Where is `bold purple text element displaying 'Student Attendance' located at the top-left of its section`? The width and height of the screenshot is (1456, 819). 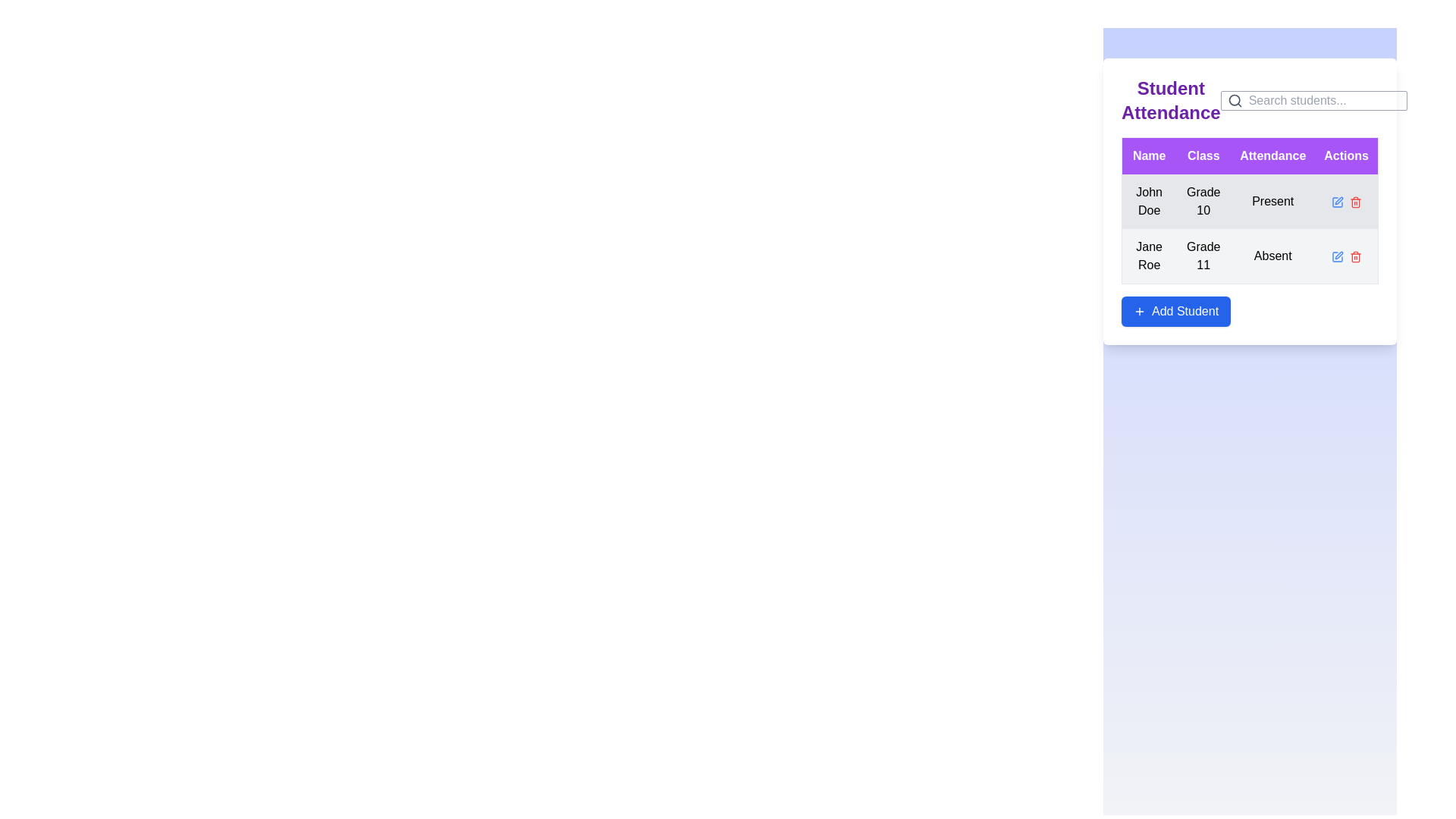
bold purple text element displaying 'Student Attendance' located at the top-left of its section is located at coordinates (1170, 100).